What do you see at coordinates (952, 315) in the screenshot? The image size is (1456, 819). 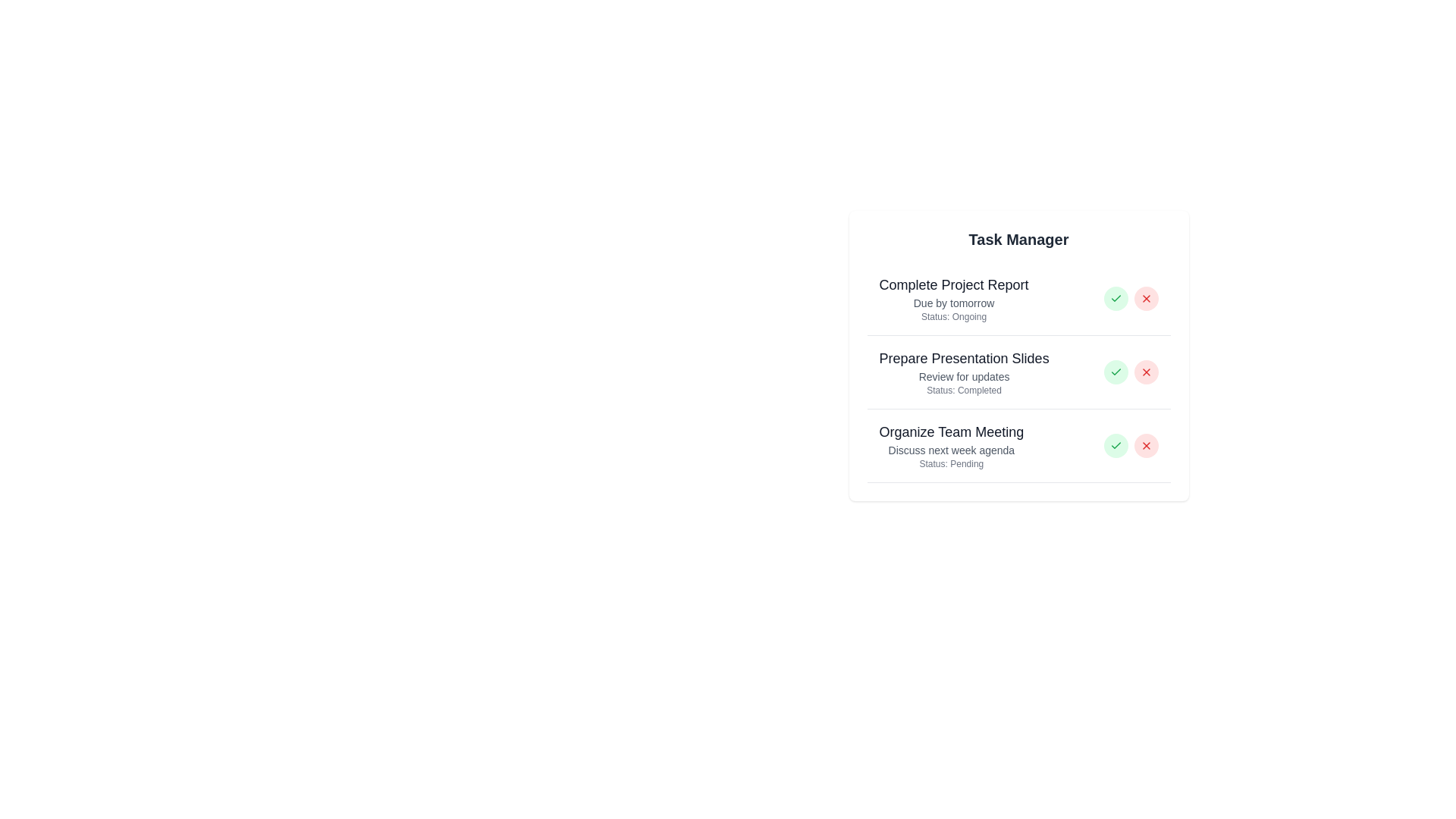 I see `the text label that displays 'Status: ongoing', which is styled in light gray and is located beneath the 'Due by tomorrow' subtitle in the 'Complete Project Report' task section` at bounding box center [952, 315].